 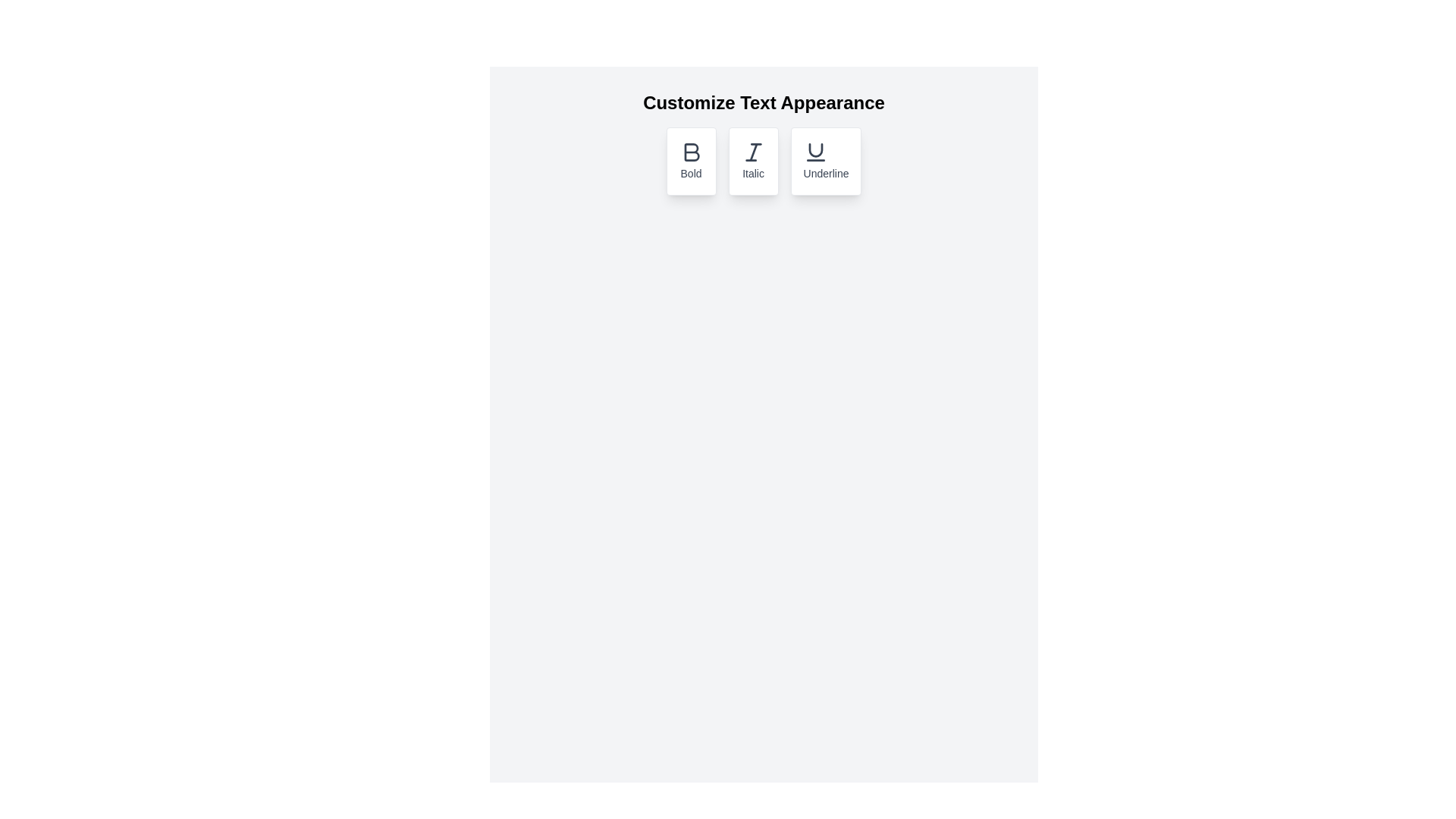 I want to click on the 'Italic' button to toggle the italic formatting option, so click(x=753, y=161).